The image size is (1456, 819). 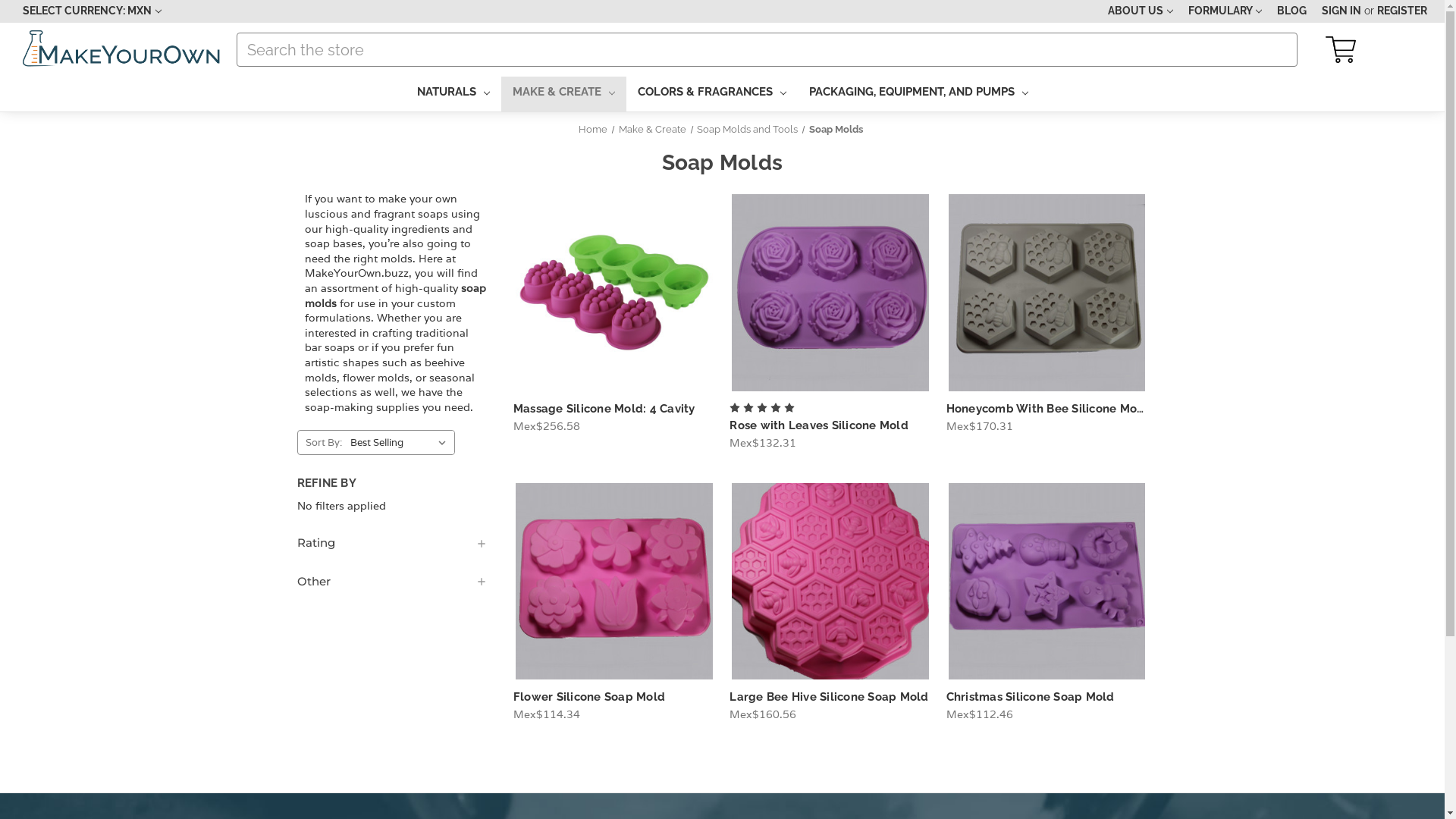 What do you see at coordinates (652, 128) in the screenshot?
I see `'Make & Create'` at bounding box center [652, 128].